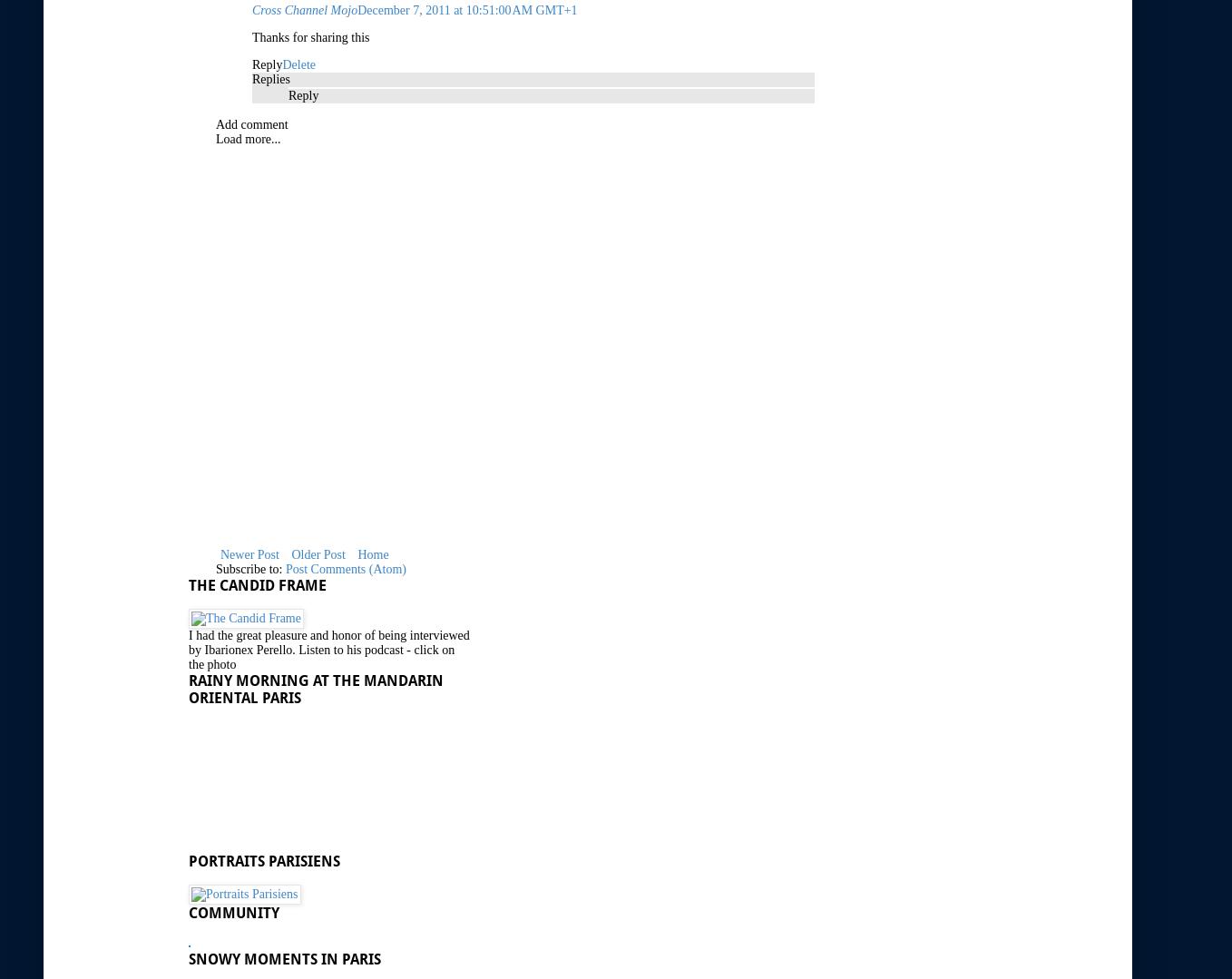 The width and height of the screenshot is (1232, 979). What do you see at coordinates (215, 567) in the screenshot?
I see `'Subscribe to:'` at bounding box center [215, 567].